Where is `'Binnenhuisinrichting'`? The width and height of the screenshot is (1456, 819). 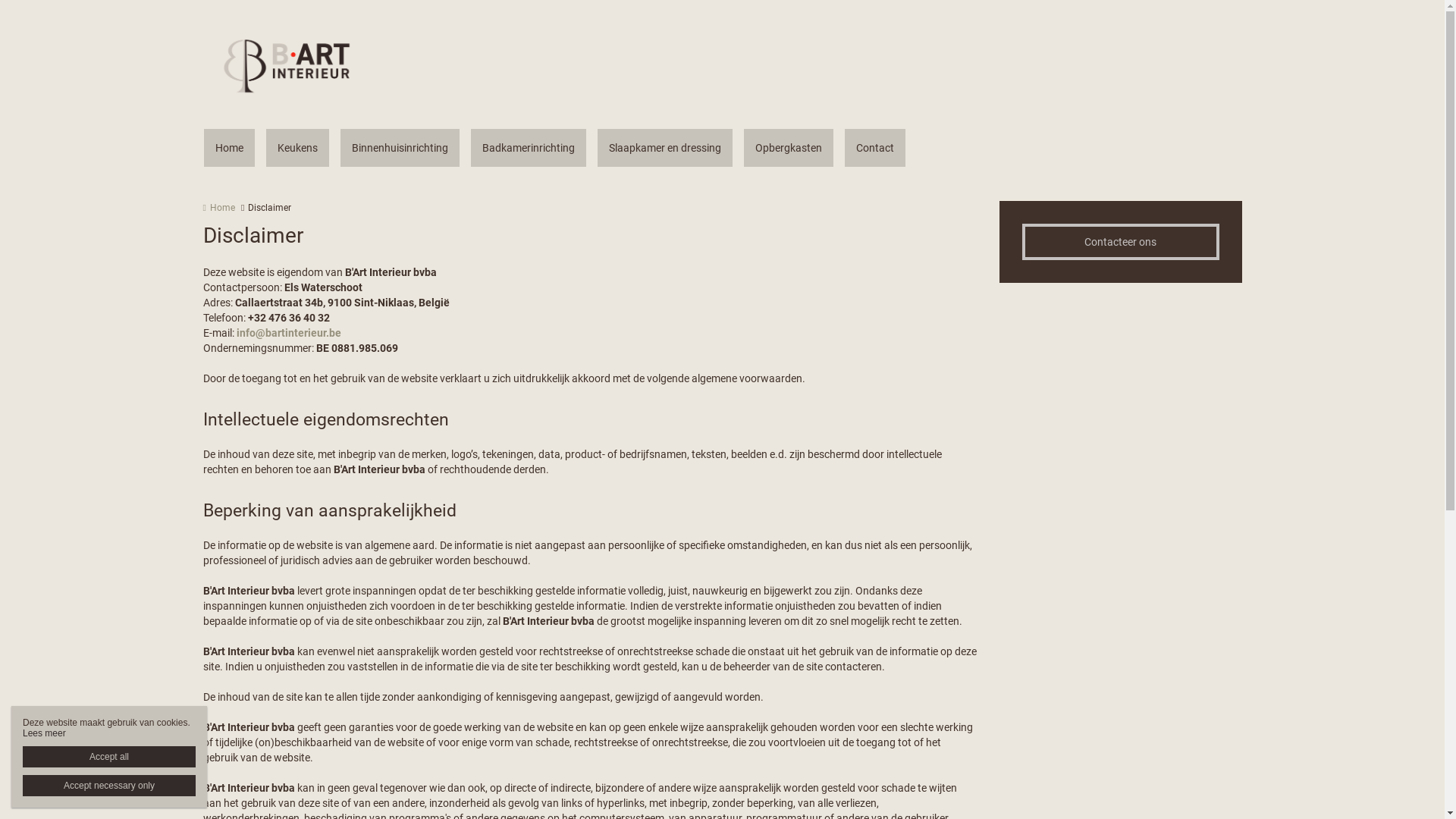 'Binnenhuisinrichting' is located at coordinates (399, 148).